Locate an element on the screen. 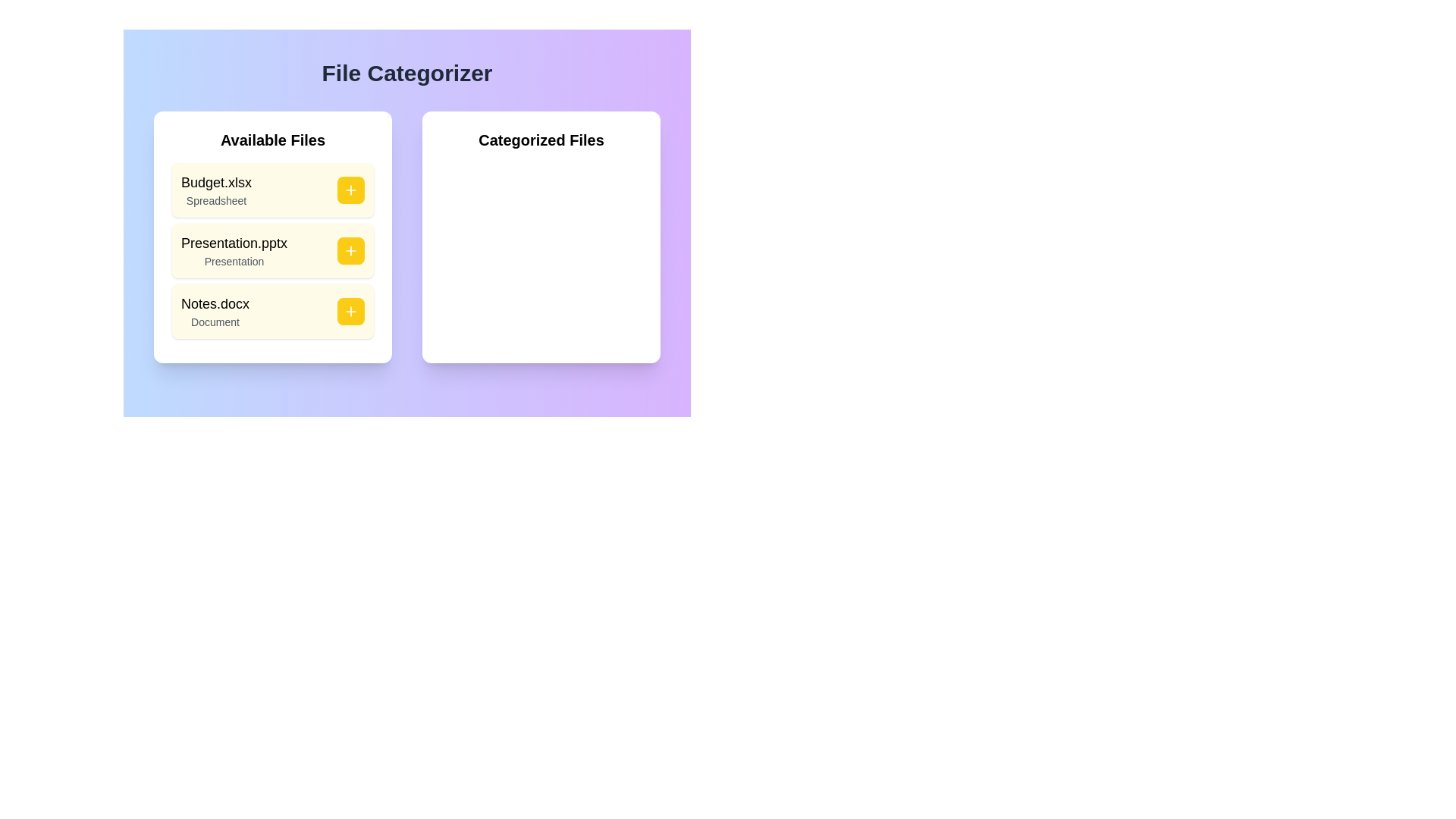  the heading text 'File Categorizer', which is prominently displayed at the top-center of the interface in a bold, large gray font is located at coordinates (407, 73).